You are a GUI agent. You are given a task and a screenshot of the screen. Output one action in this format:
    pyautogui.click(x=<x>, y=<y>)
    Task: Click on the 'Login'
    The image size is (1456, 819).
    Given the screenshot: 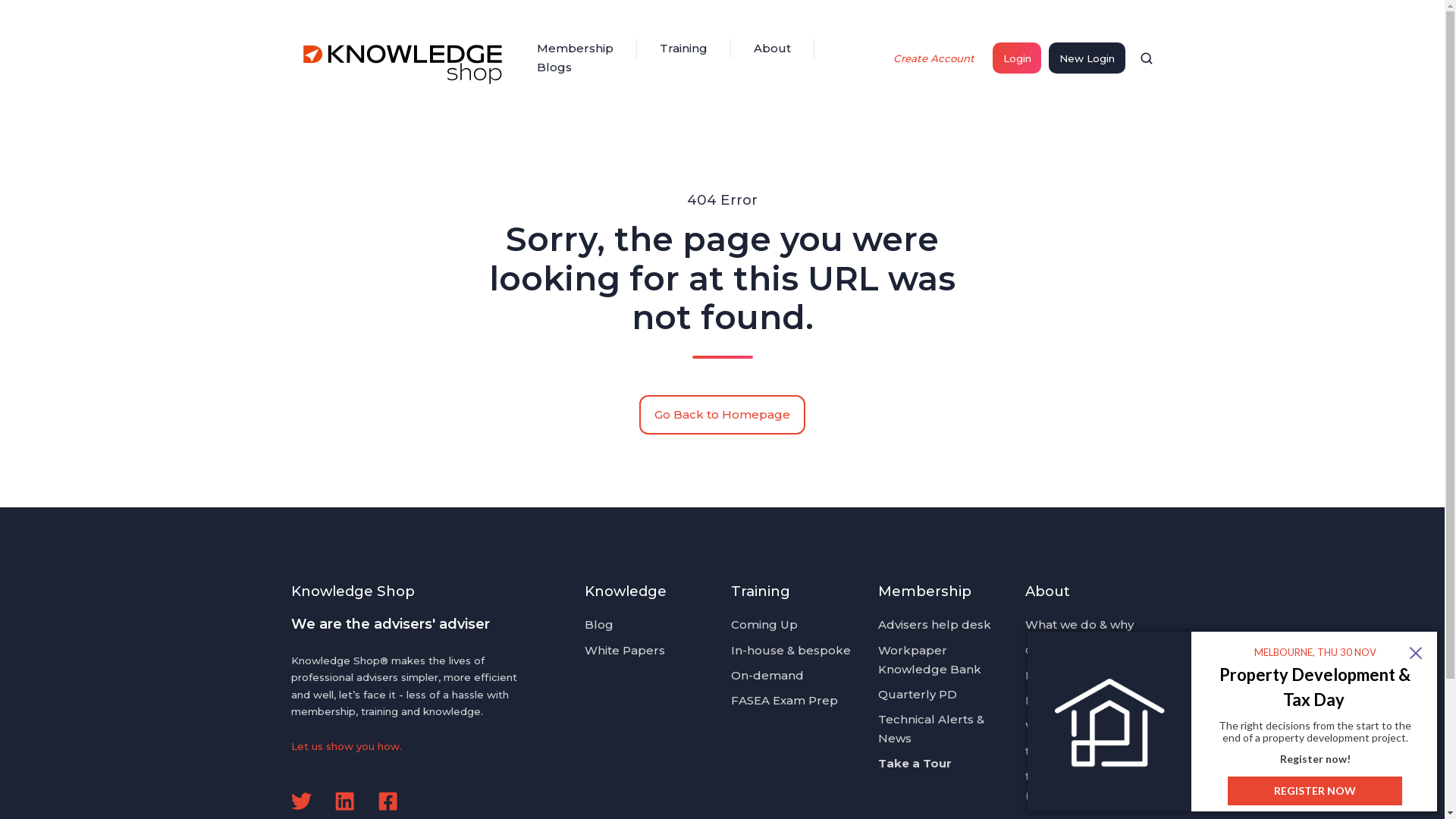 What is the action you would take?
    pyautogui.click(x=1016, y=57)
    